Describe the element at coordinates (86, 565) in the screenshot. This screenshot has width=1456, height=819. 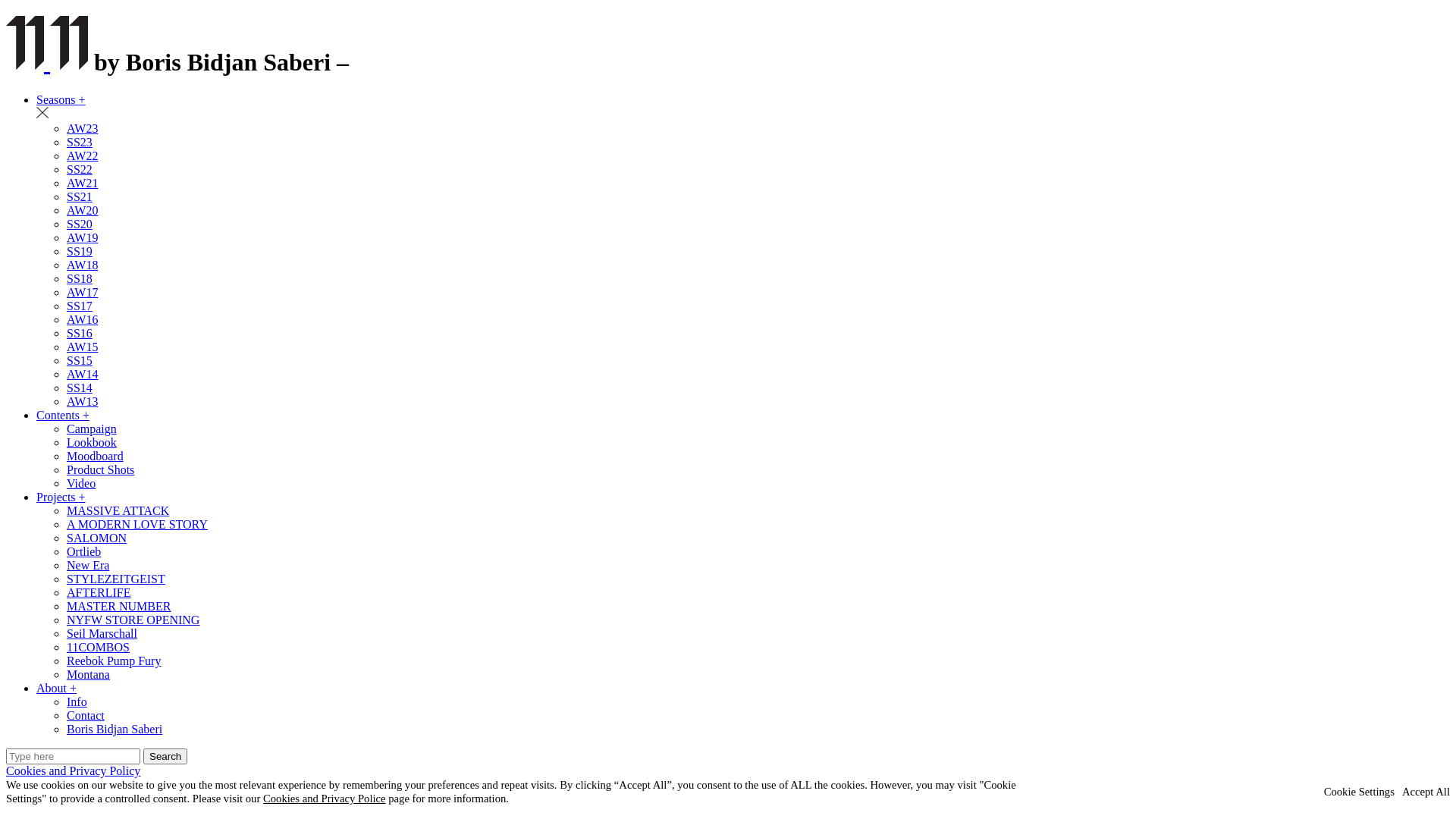
I see `'New Era'` at that location.